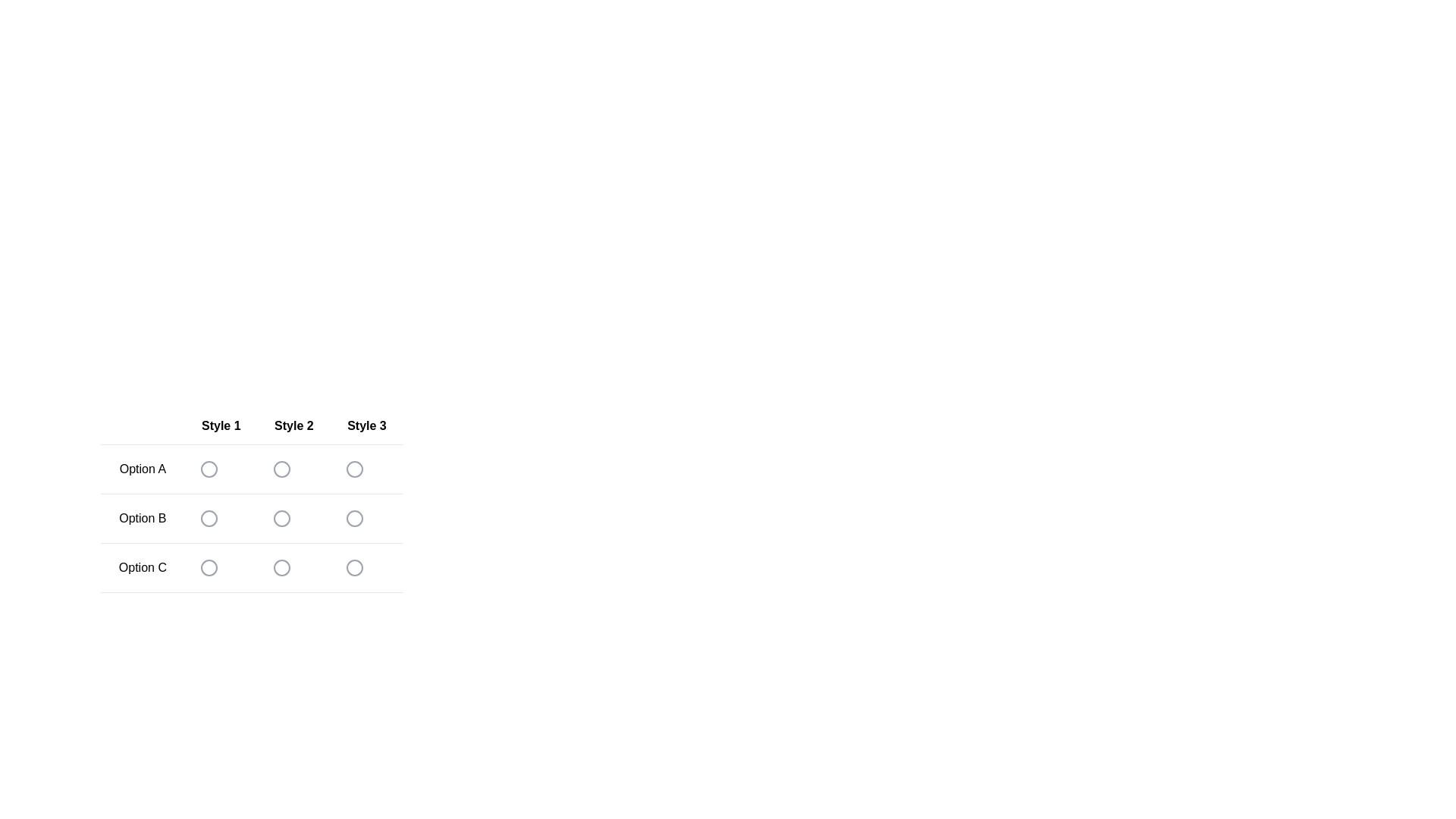  I want to click on the circular radio button located under the 'Style 2' header, beside 'Option A', so click(281, 468).